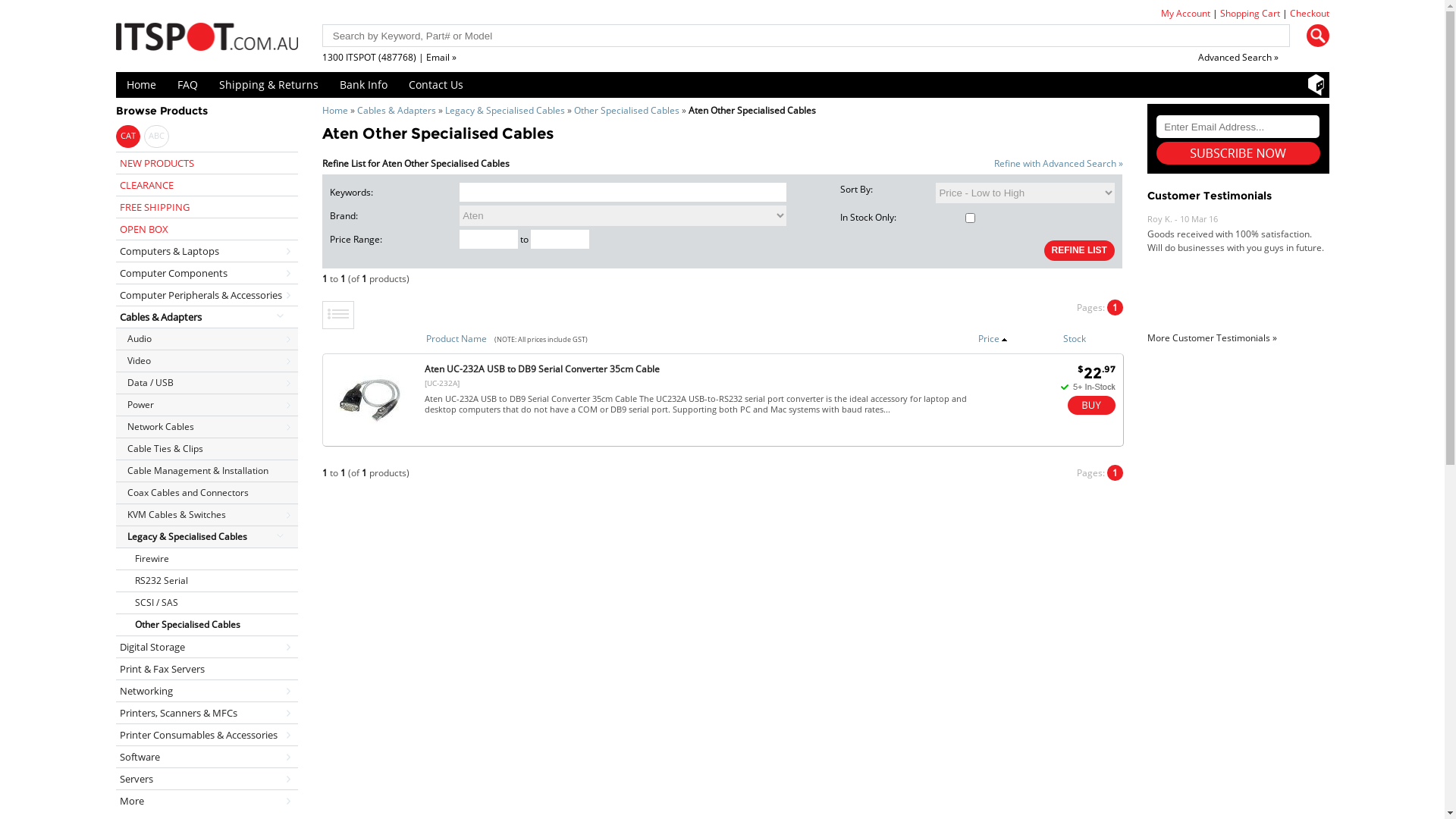  What do you see at coordinates (1184, 14) in the screenshot?
I see `'My Account'` at bounding box center [1184, 14].